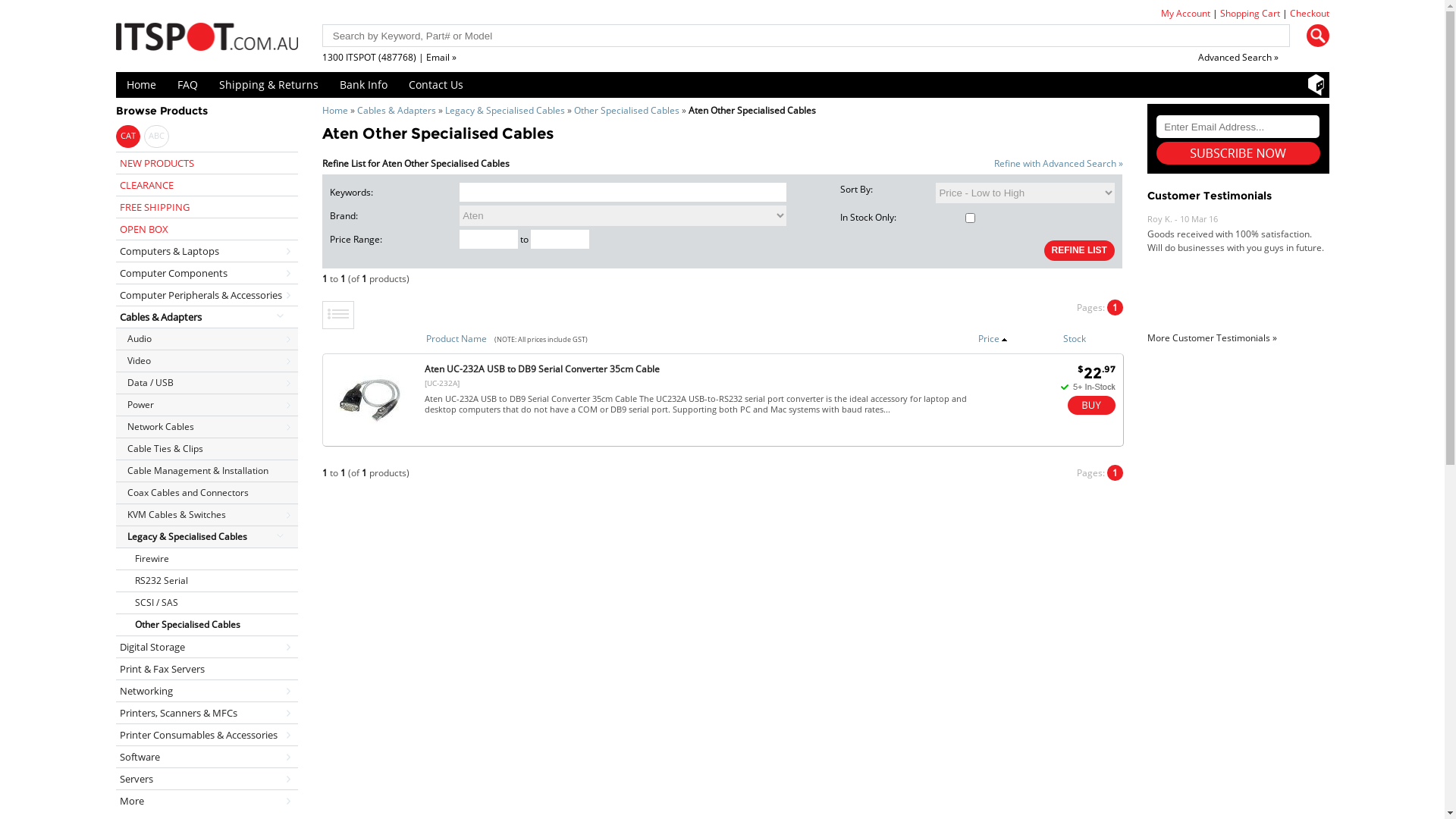  What do you see at coordinates (1184, 14) in the screenshot?
I see `'My Account'` at bounding box center [1184, 14].